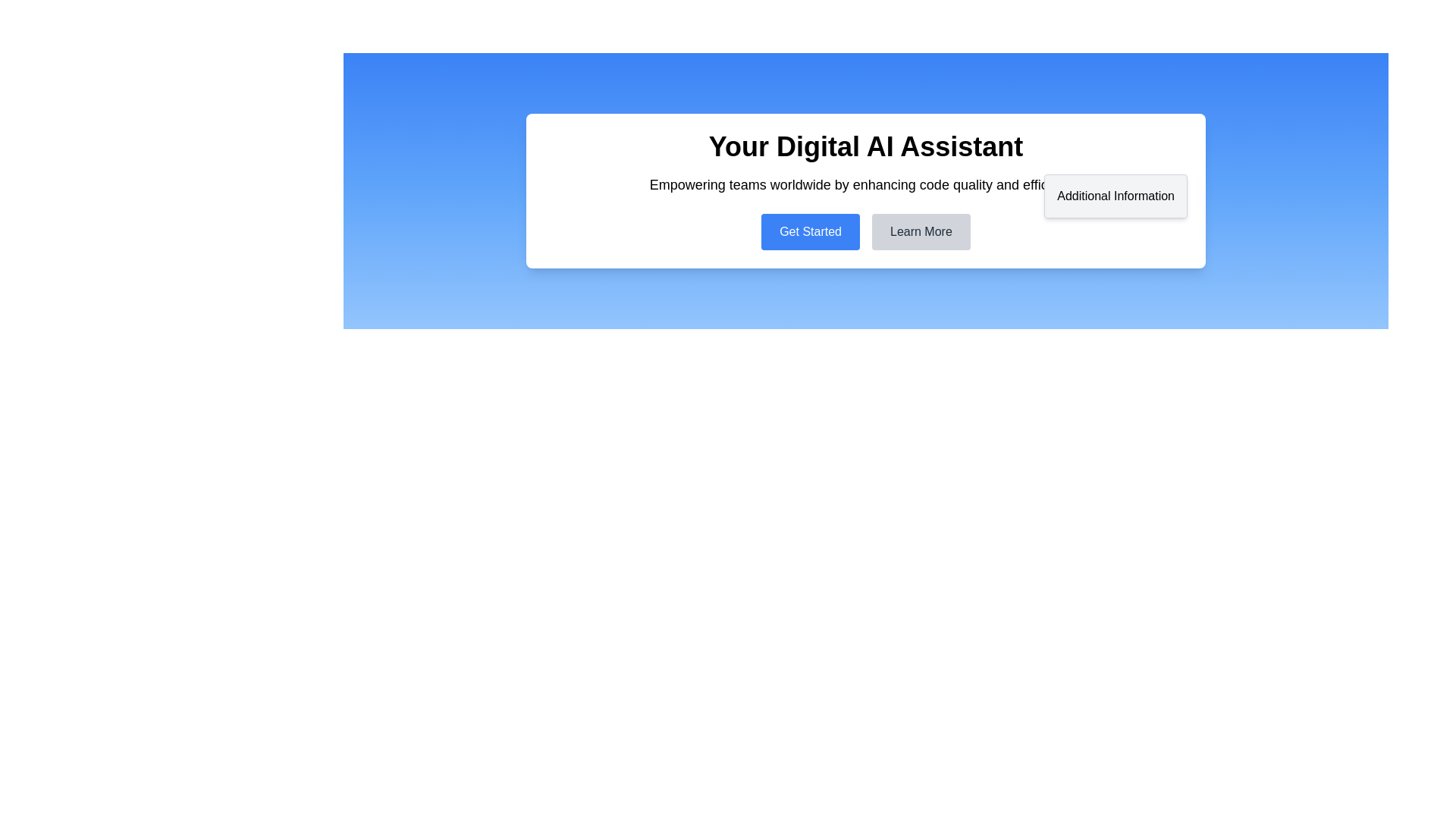  Describe the element at coordinates (1116, 195) in the screenshot. I see `the Text Label that displays 'Additional Information', styled with a light gray background and black font, located in the top-right area of a white card on a blue gradient background` at that location.